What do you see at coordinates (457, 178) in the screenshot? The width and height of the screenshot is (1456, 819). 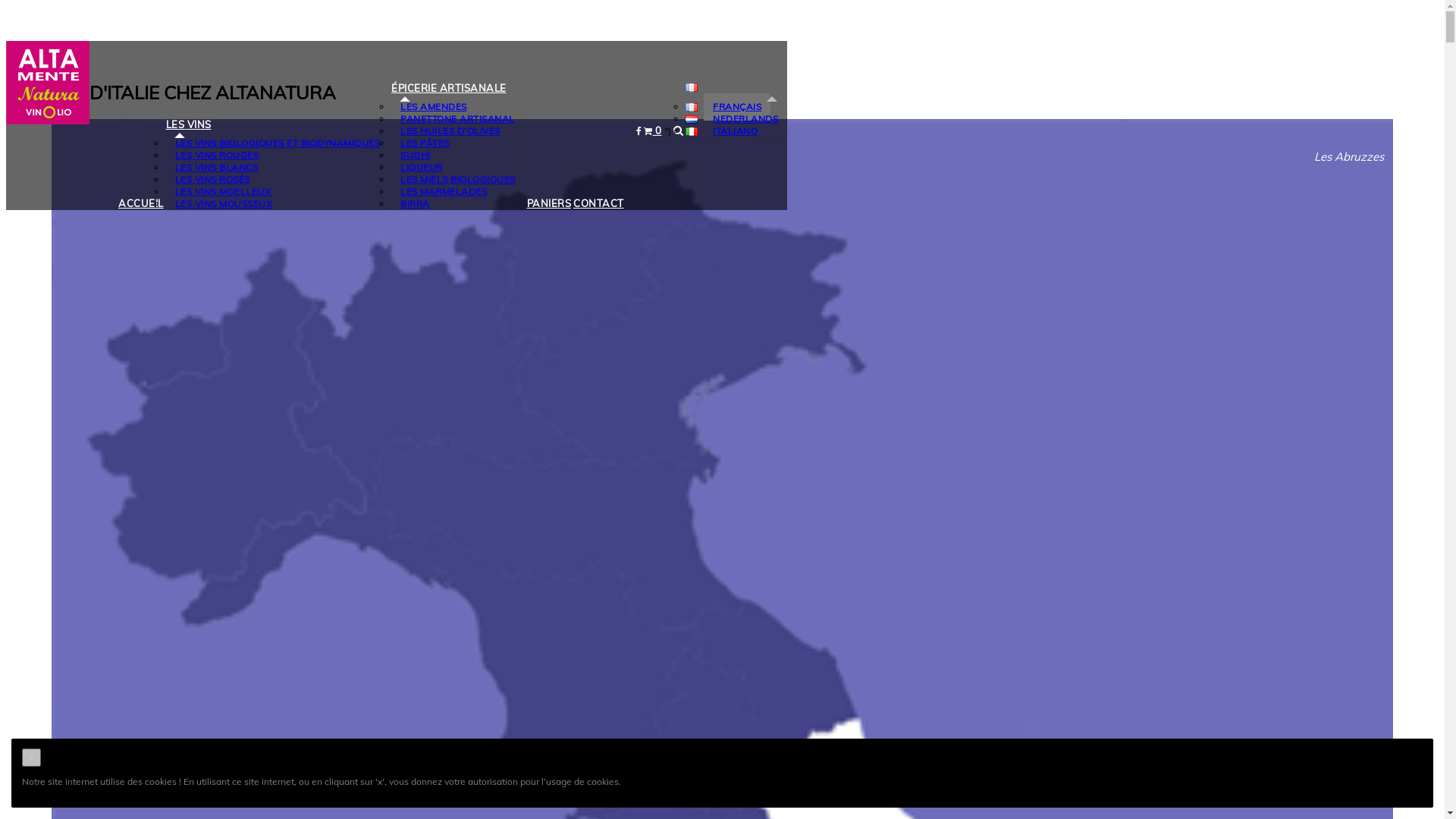 I see `'LES MIELS BIOLOGIQUES'` at bounding box center [457, 178].